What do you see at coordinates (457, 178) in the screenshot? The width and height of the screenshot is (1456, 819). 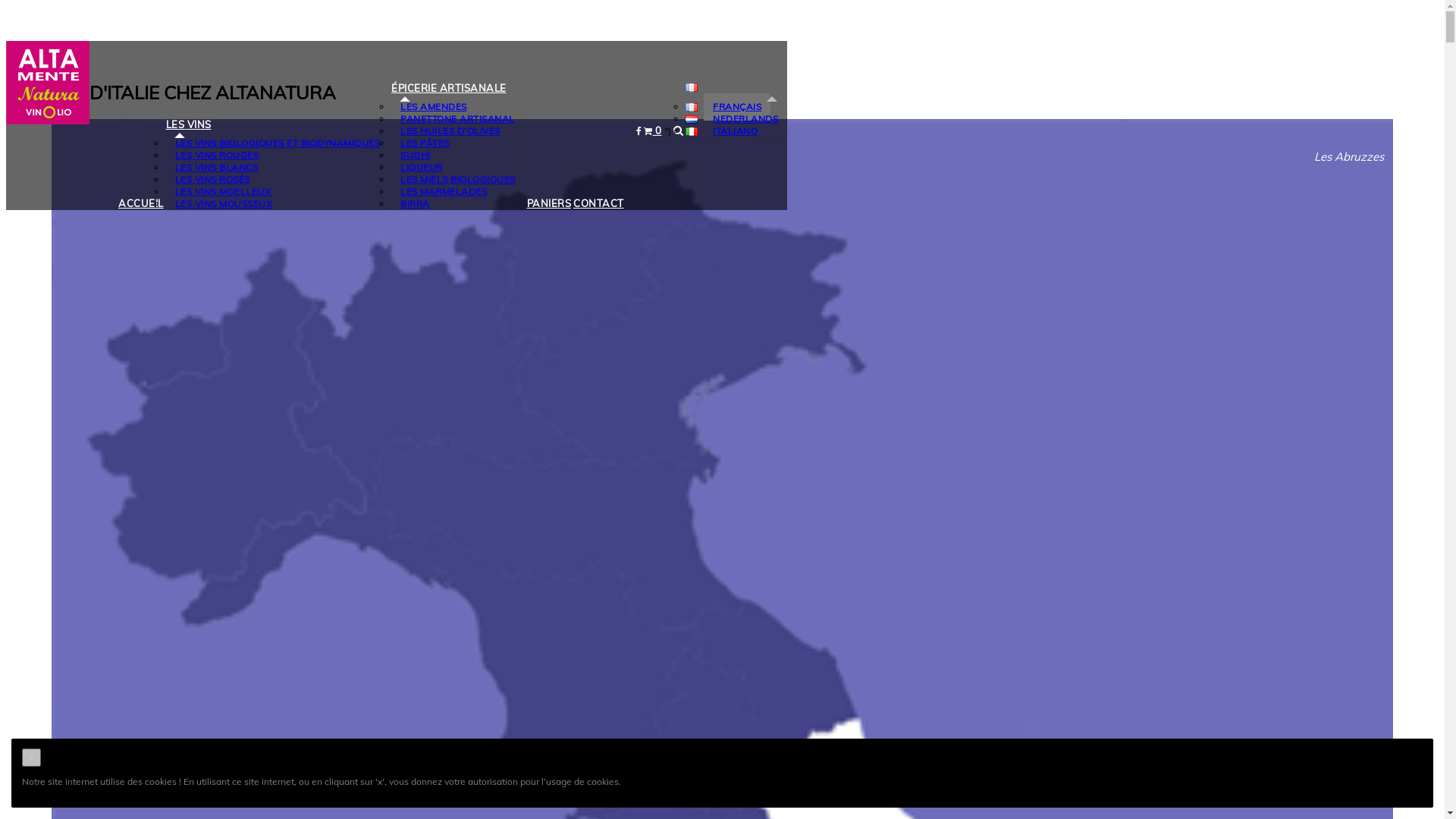 I see `'LES MIELS BIOLOGIQUES'` at bounding box center [457, 178].